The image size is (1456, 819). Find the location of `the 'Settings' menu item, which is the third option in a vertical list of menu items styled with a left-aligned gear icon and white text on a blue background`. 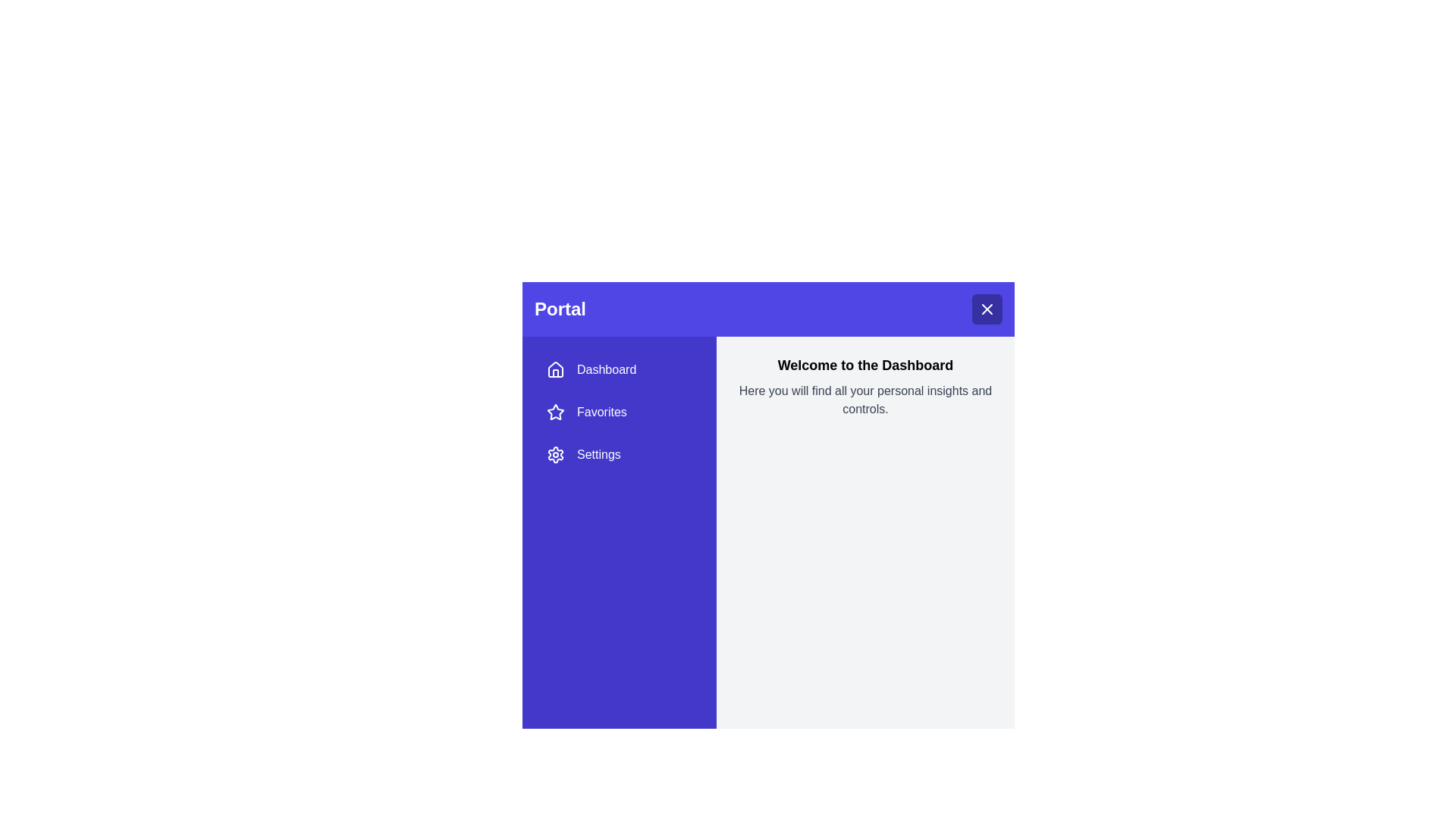

the 'Settings' menu item, which is the third option in a vertical list of menu items styled with a left-aligned gear icon and white text on a blue background is located at coordinates (619, 454).